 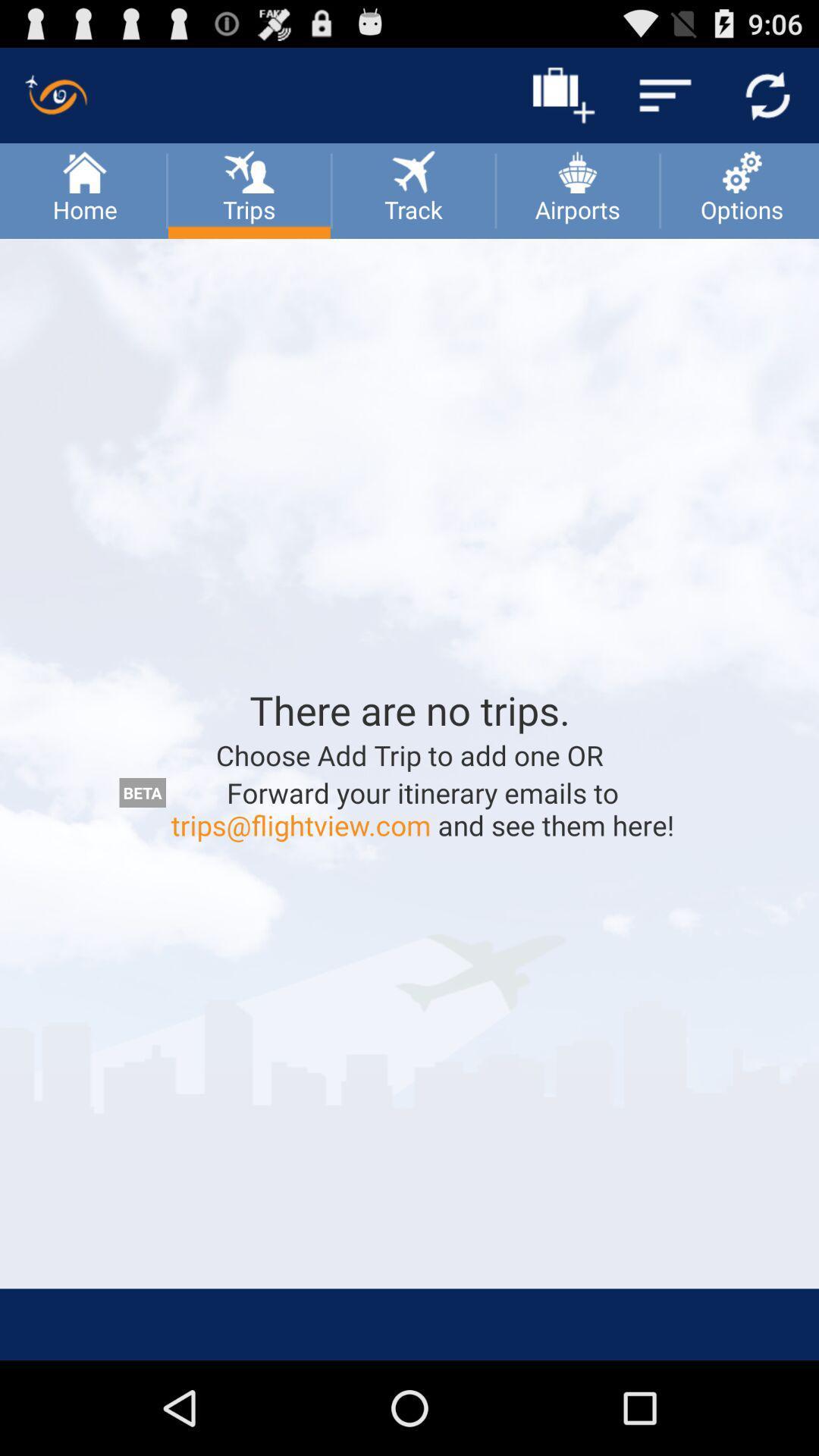 What do you see at coordinates (563, 94) in the screenshot?
I see `the option which is on the top and above airports` at bounding box center [563, 94].